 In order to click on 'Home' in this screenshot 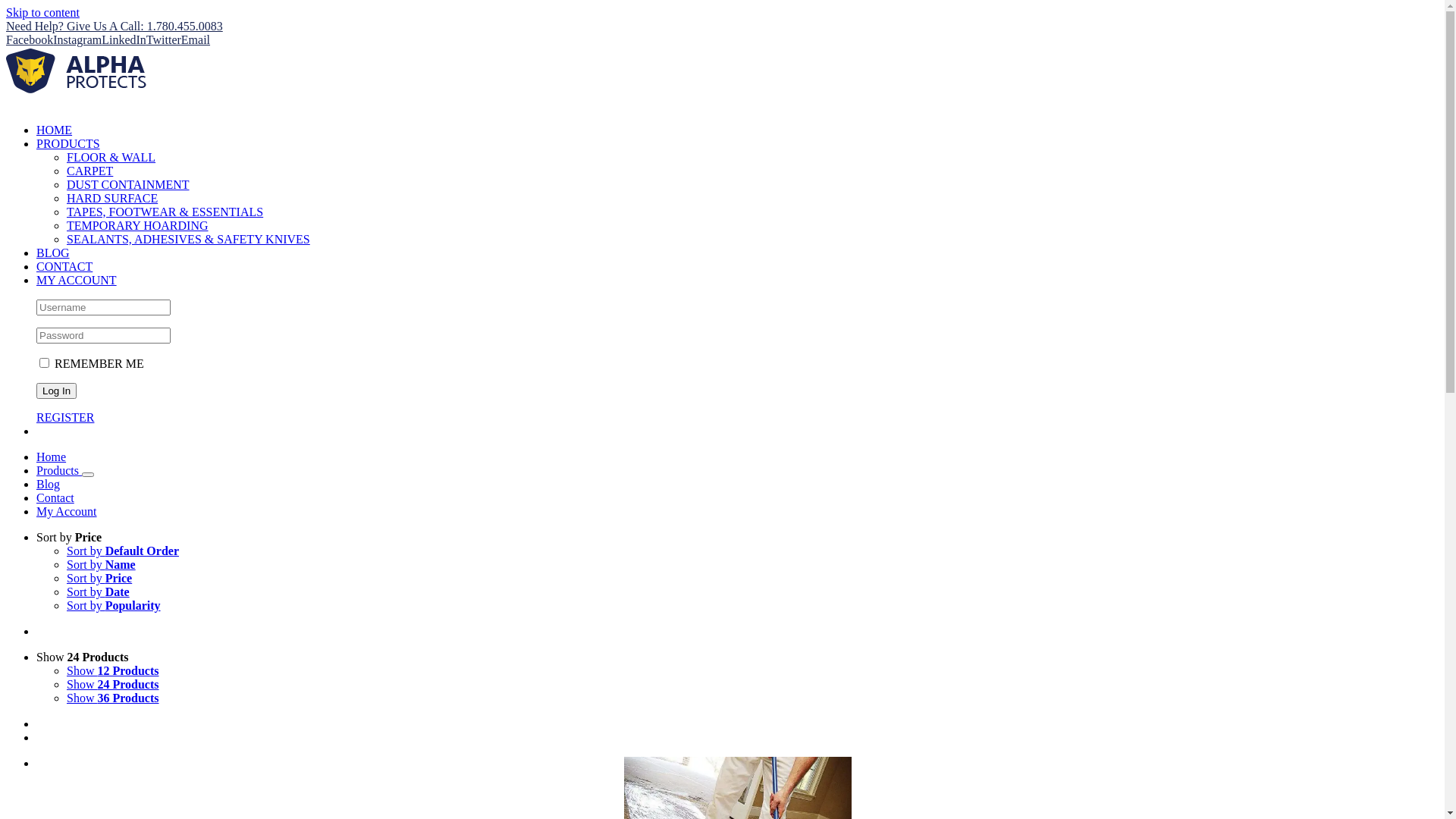, I will do `click(51, 456)`.